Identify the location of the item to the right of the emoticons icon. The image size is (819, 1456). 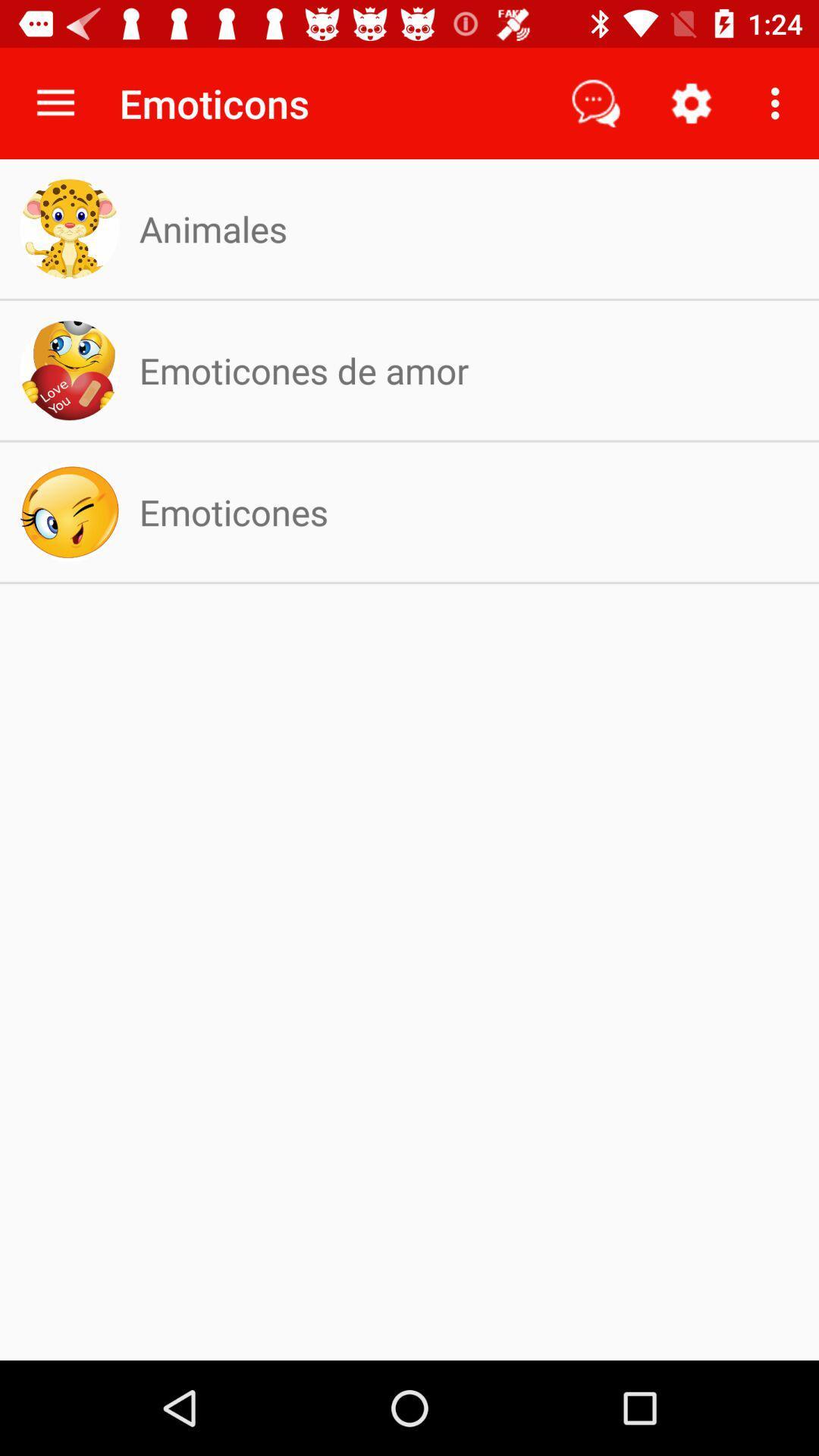
(595, 102).